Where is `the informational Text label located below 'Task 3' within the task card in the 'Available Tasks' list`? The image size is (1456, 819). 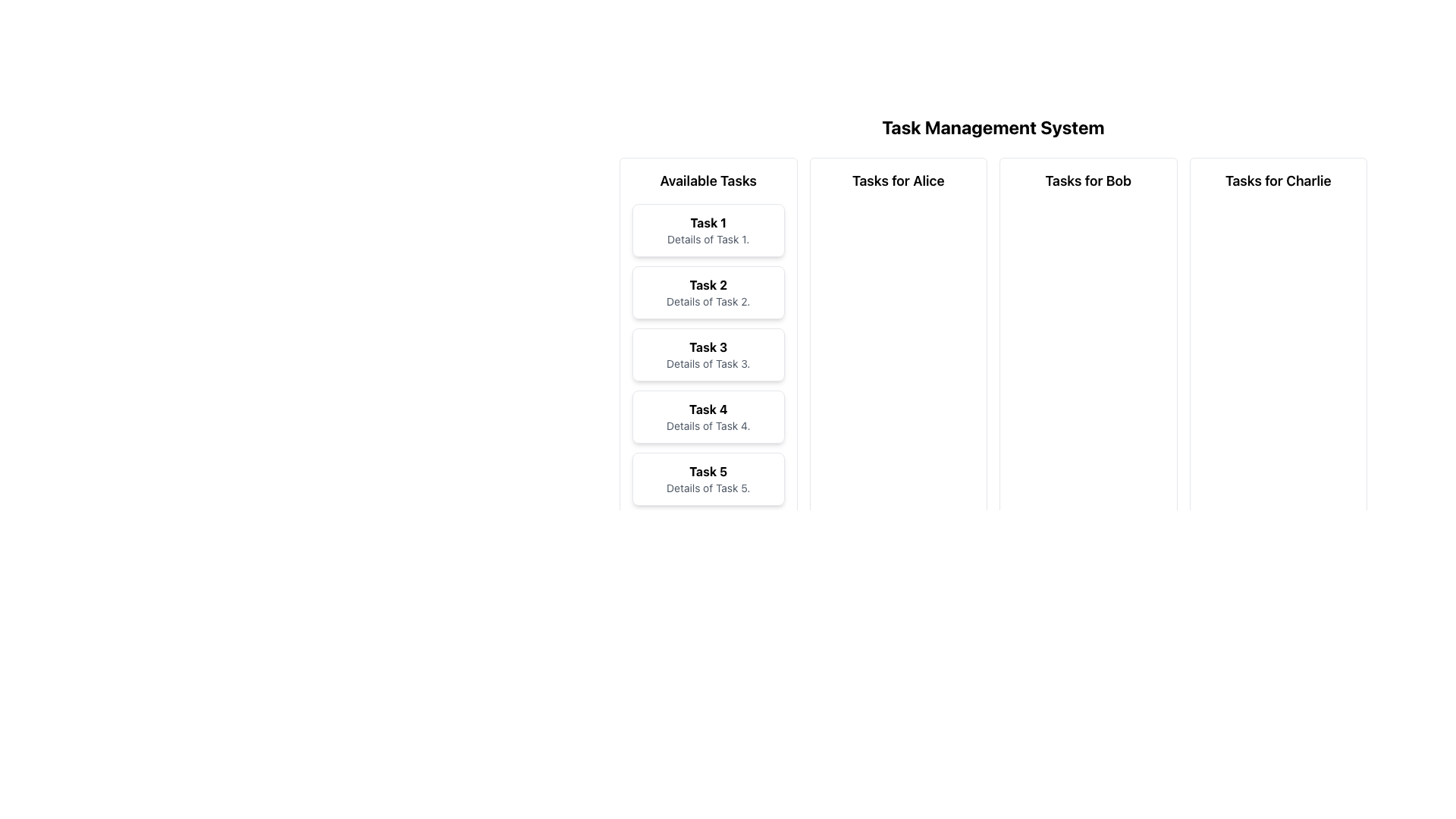 the informational Text label located below 'Task 3' within the task card in the 'Available Tasks' list is located at coordinates (708, 363).